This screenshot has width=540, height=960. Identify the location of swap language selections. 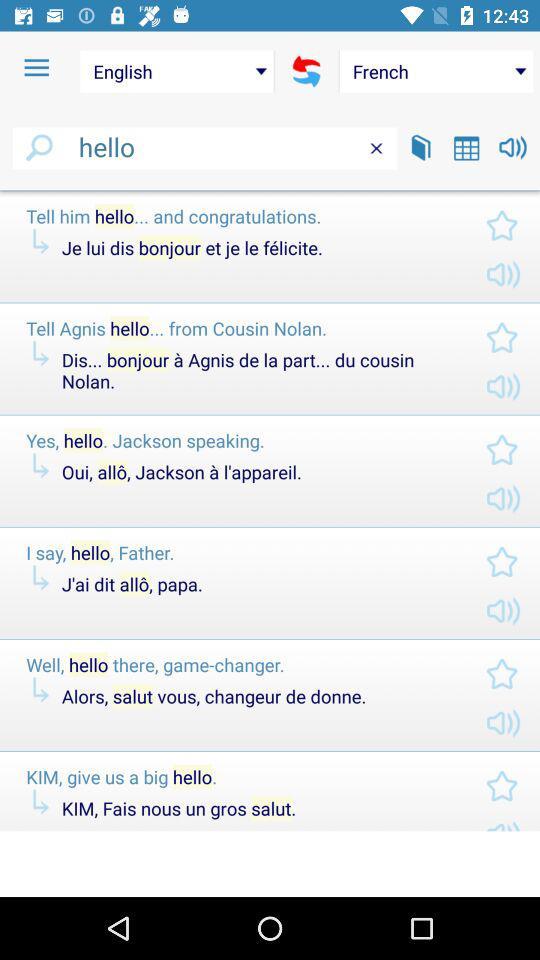
(306, 71).